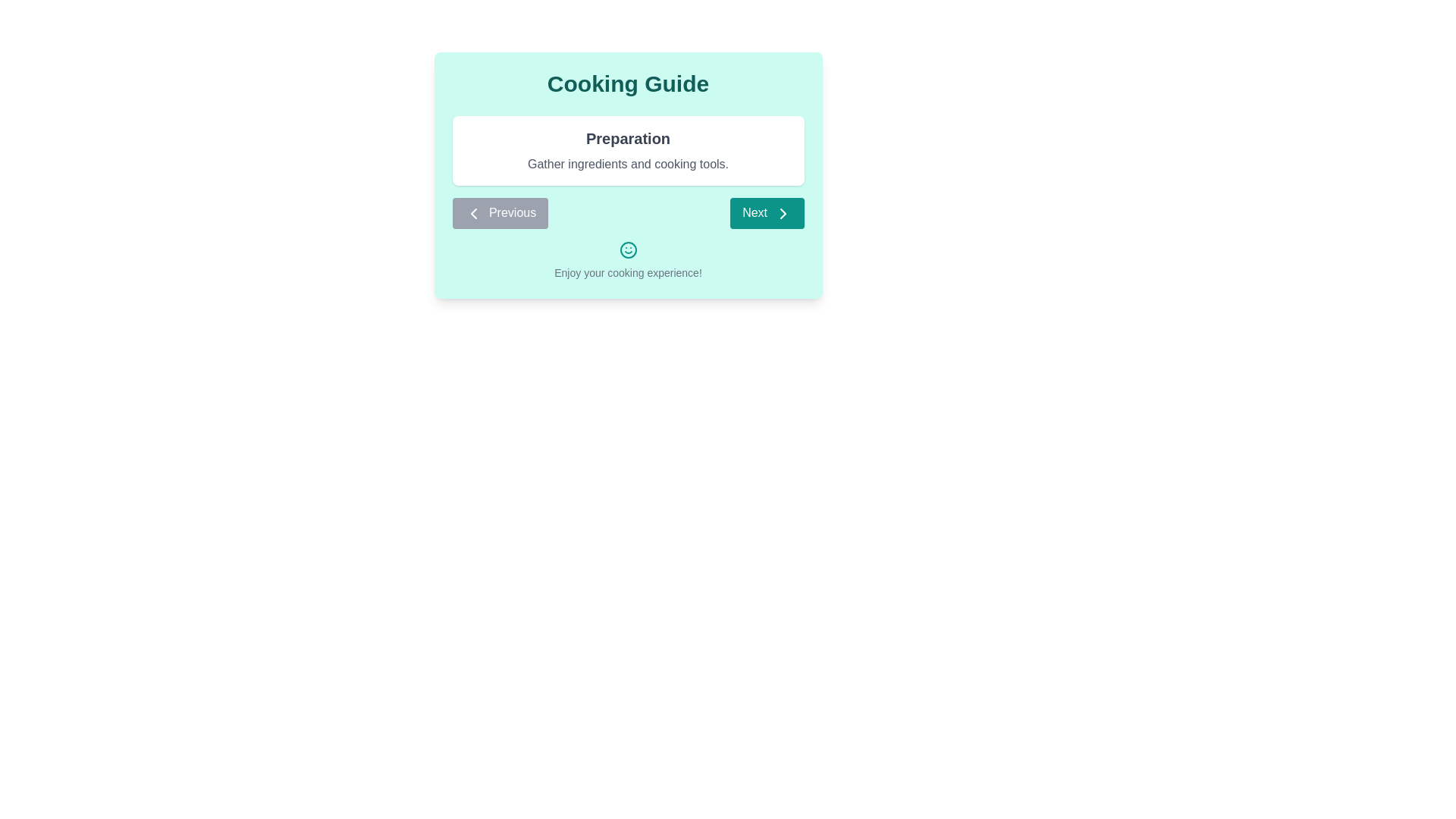 The width and height of the screenshot is (1456, 819). Describe the element at coordinates (783, 213) in the screenshot. I see `the chevron icon located within the right side of the green 'Next' button` at that location.